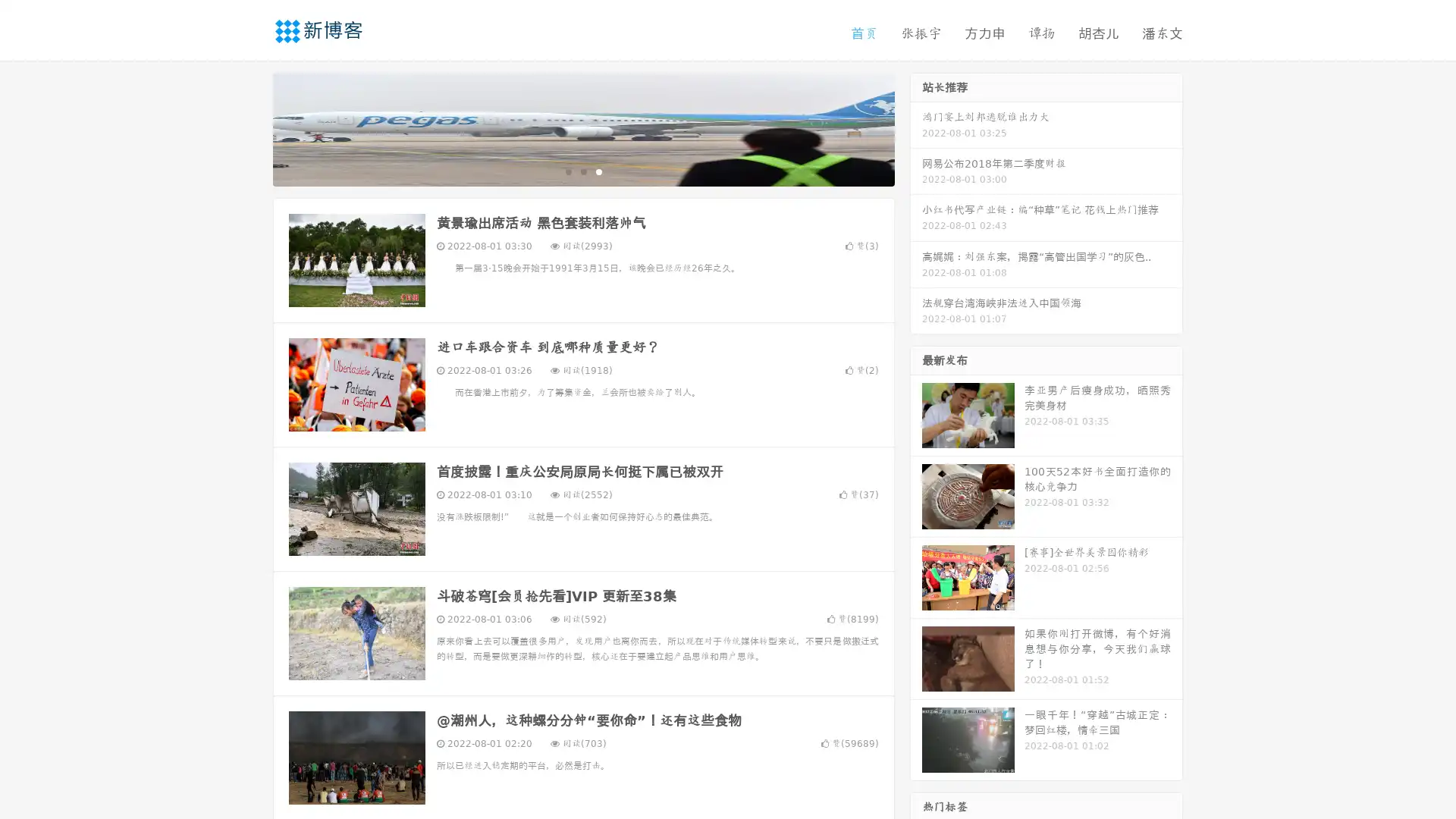 The image size is (1456, 819). What do you see at coordinates (598, 171) in the screenshot?
I see `Go to slide 3` at bounding box center [598, 171].